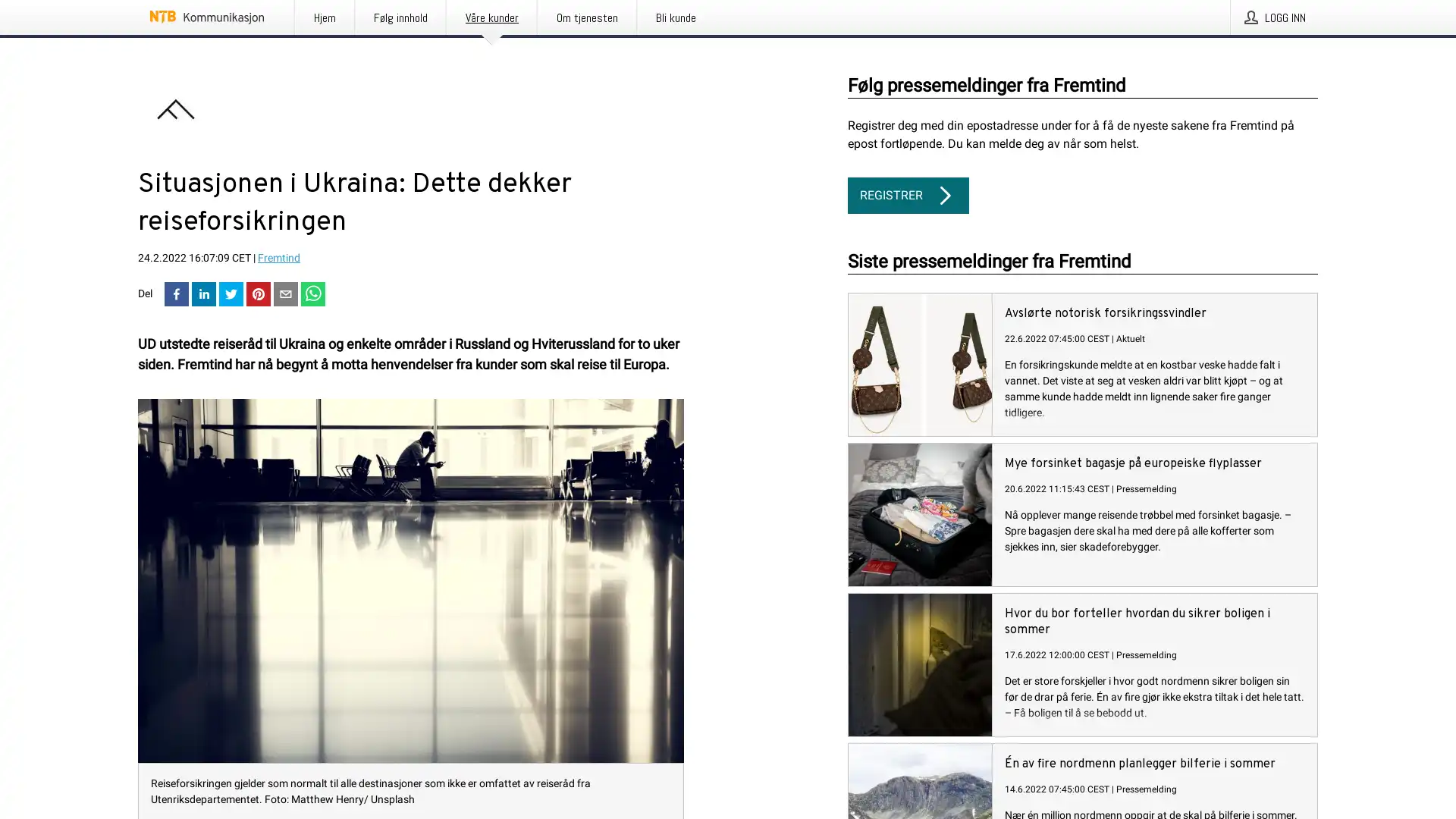  What do you see at coordinates (258, 295) in the screenshot?
I see `pinterest` at bounding box center [258, 295].